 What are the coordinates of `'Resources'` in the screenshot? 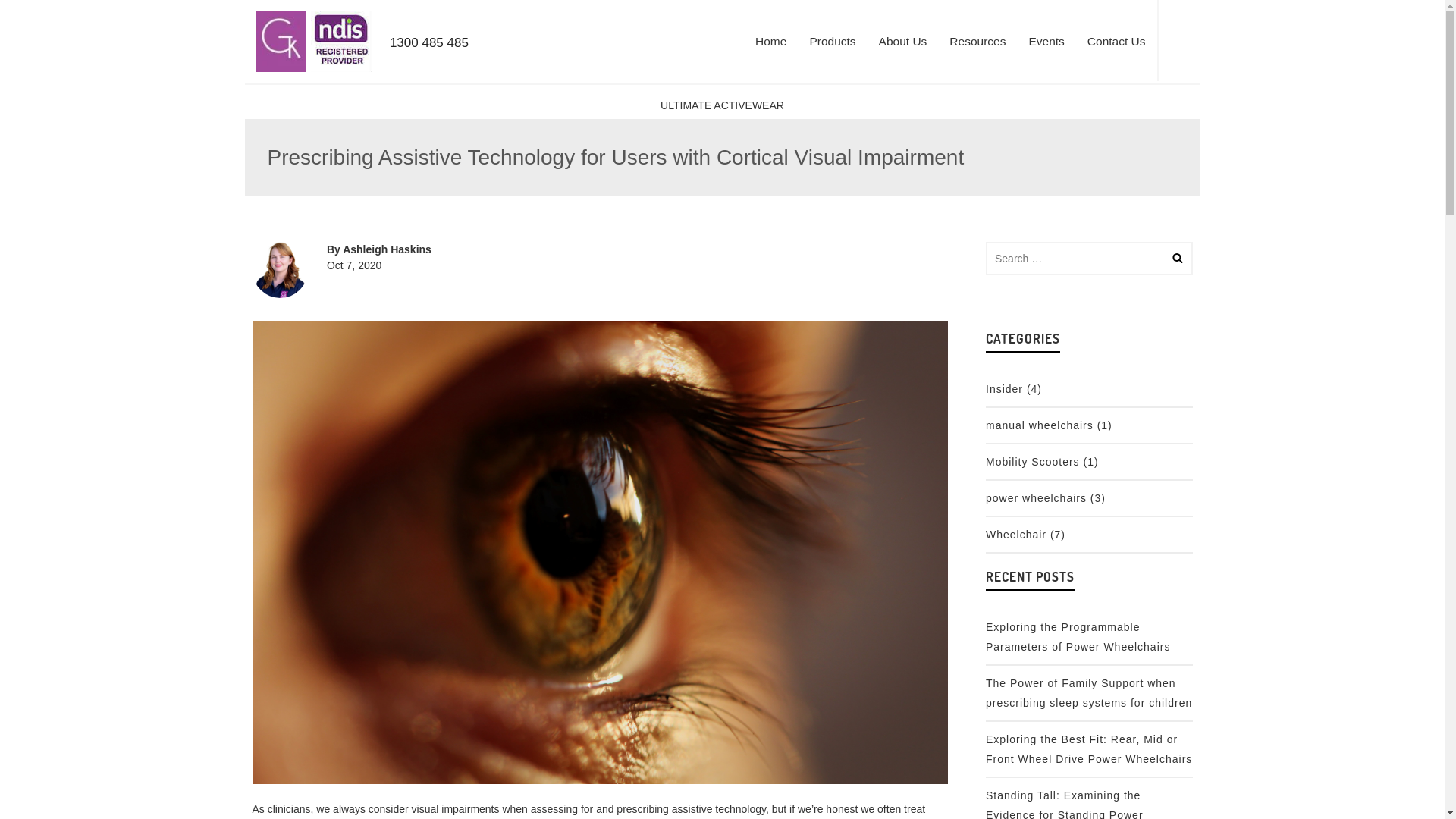 It's located at (977, 40).